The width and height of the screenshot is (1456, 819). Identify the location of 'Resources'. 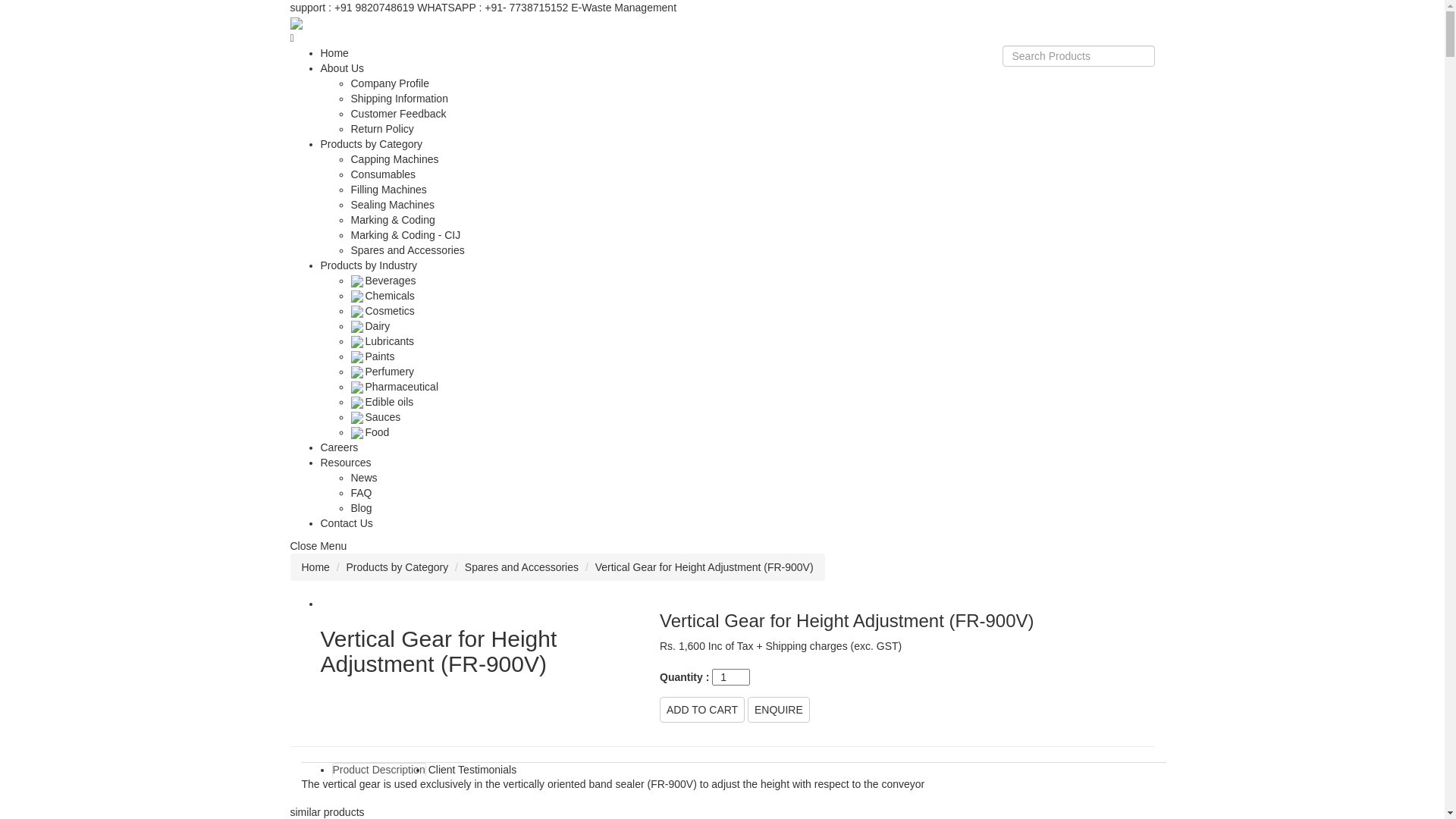
(344, 461).